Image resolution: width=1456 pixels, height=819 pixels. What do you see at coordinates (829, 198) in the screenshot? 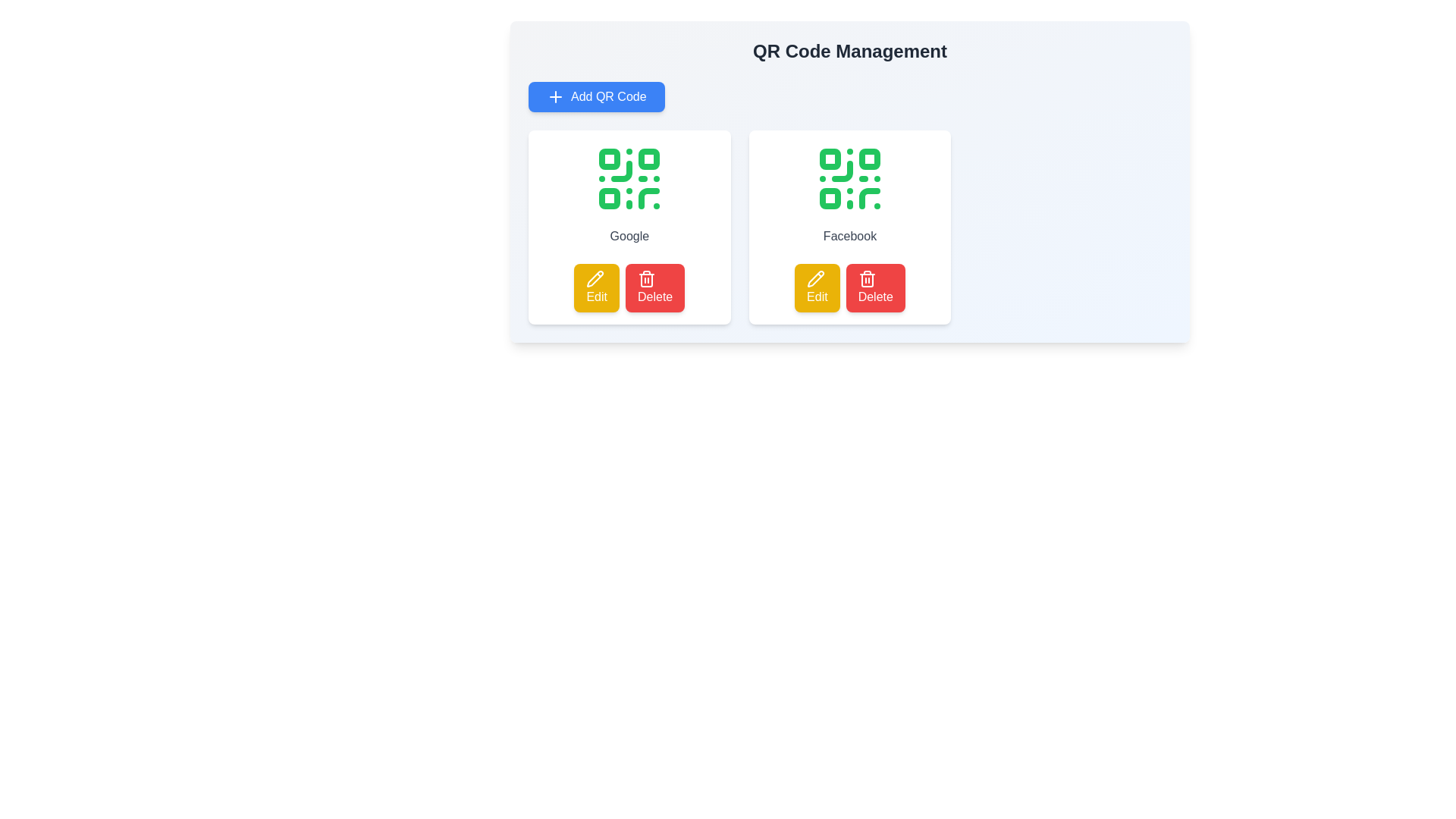
I see `the small green square with rounded corners located in the bottom-left quadrant of the right-most QR code icon` at bounding box center [829, 198].